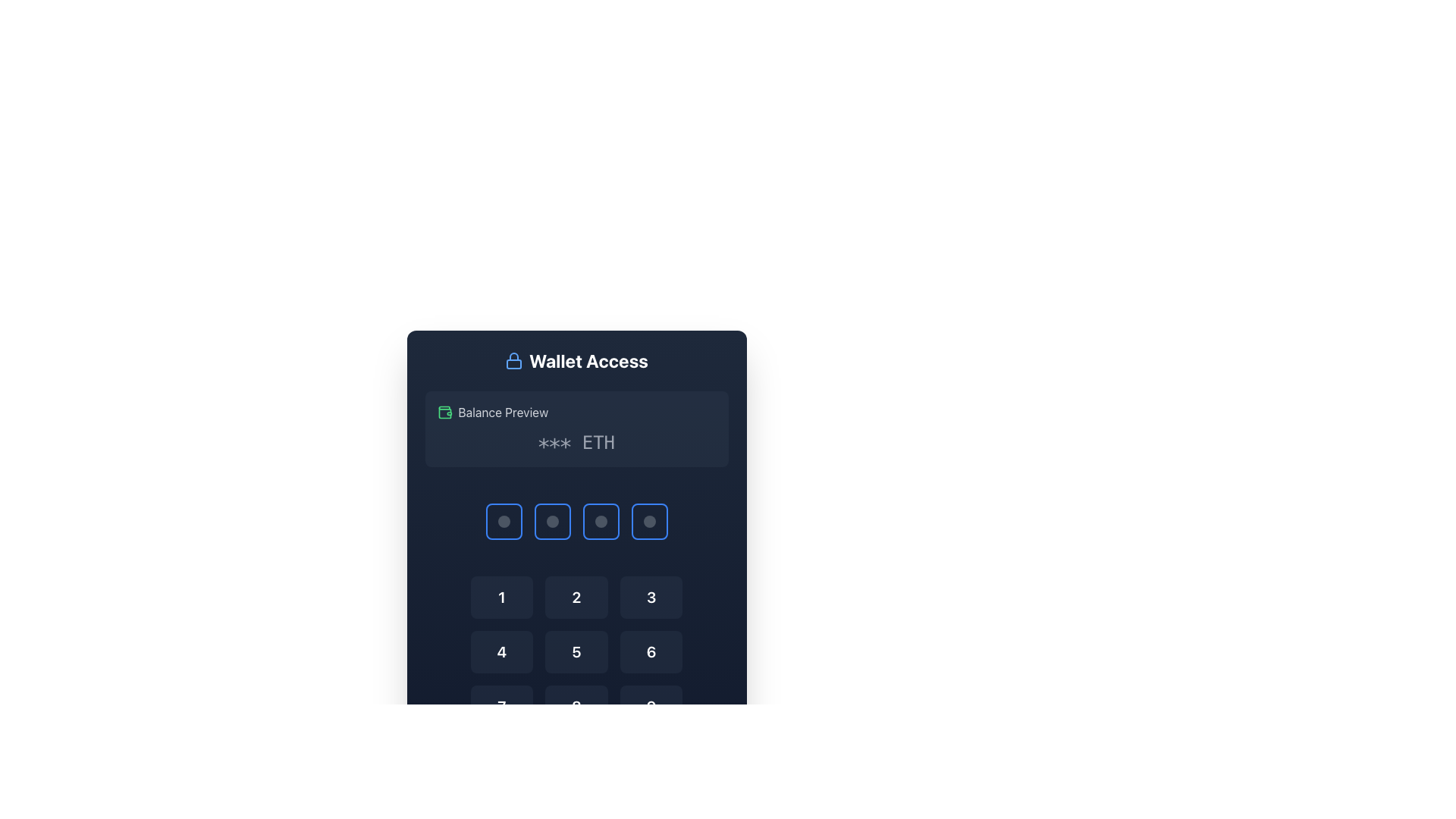  What do you see at coordinates (514, 364) in the screenshot?
I see `the lower rectangular portion of the padlock icon, which symbolizes security, situated beside the text 'Wallet Access'` at bounding box center [514, 364].